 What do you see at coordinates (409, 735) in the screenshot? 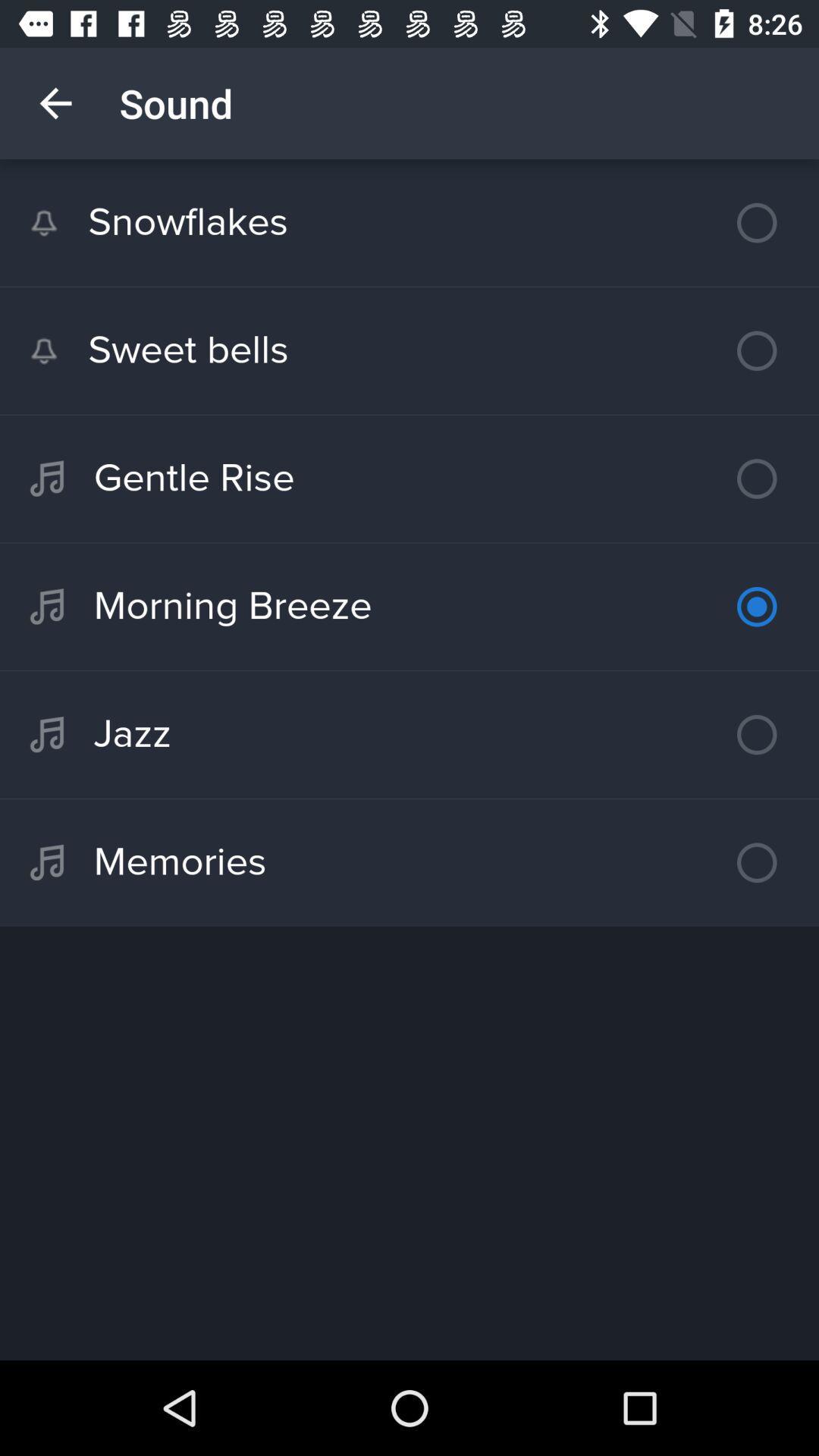
I see `jazz item` at bounding box center [409, 735].